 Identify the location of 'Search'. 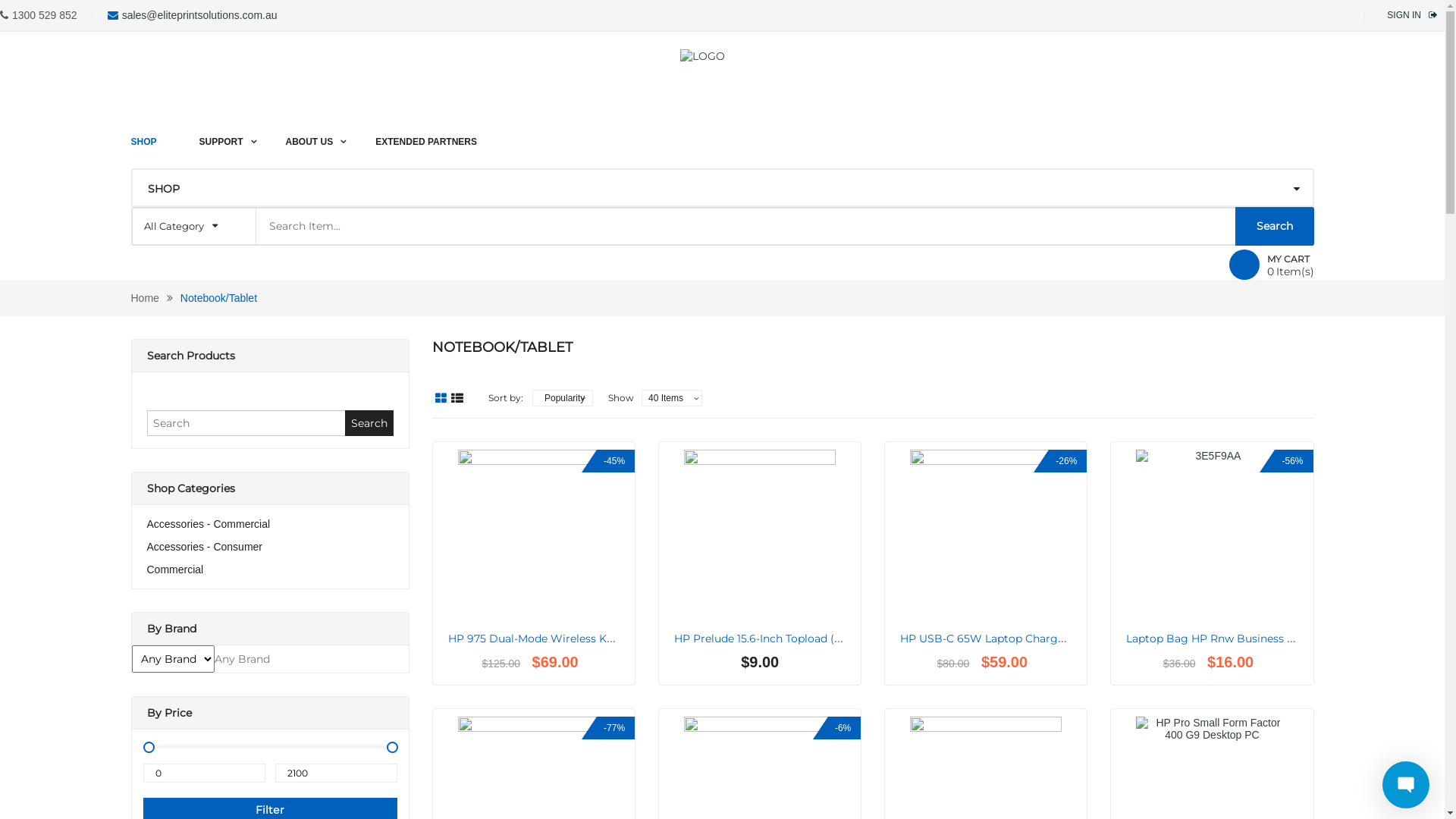
(344, 423).